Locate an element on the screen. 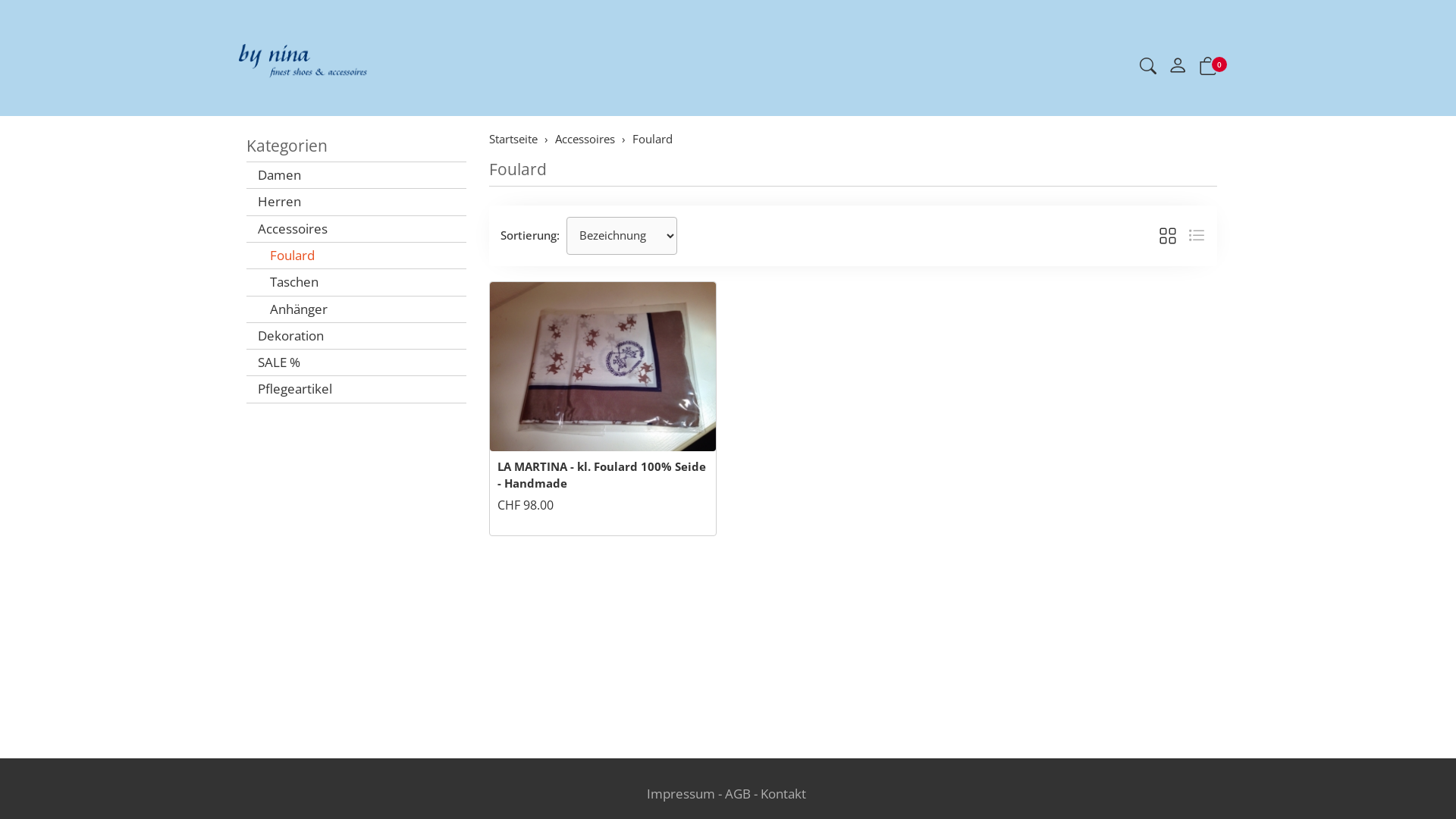 Image resolution: width=1456 pixels, height=819 pixels. 'SALE %' is located at coordinates (356, 362).